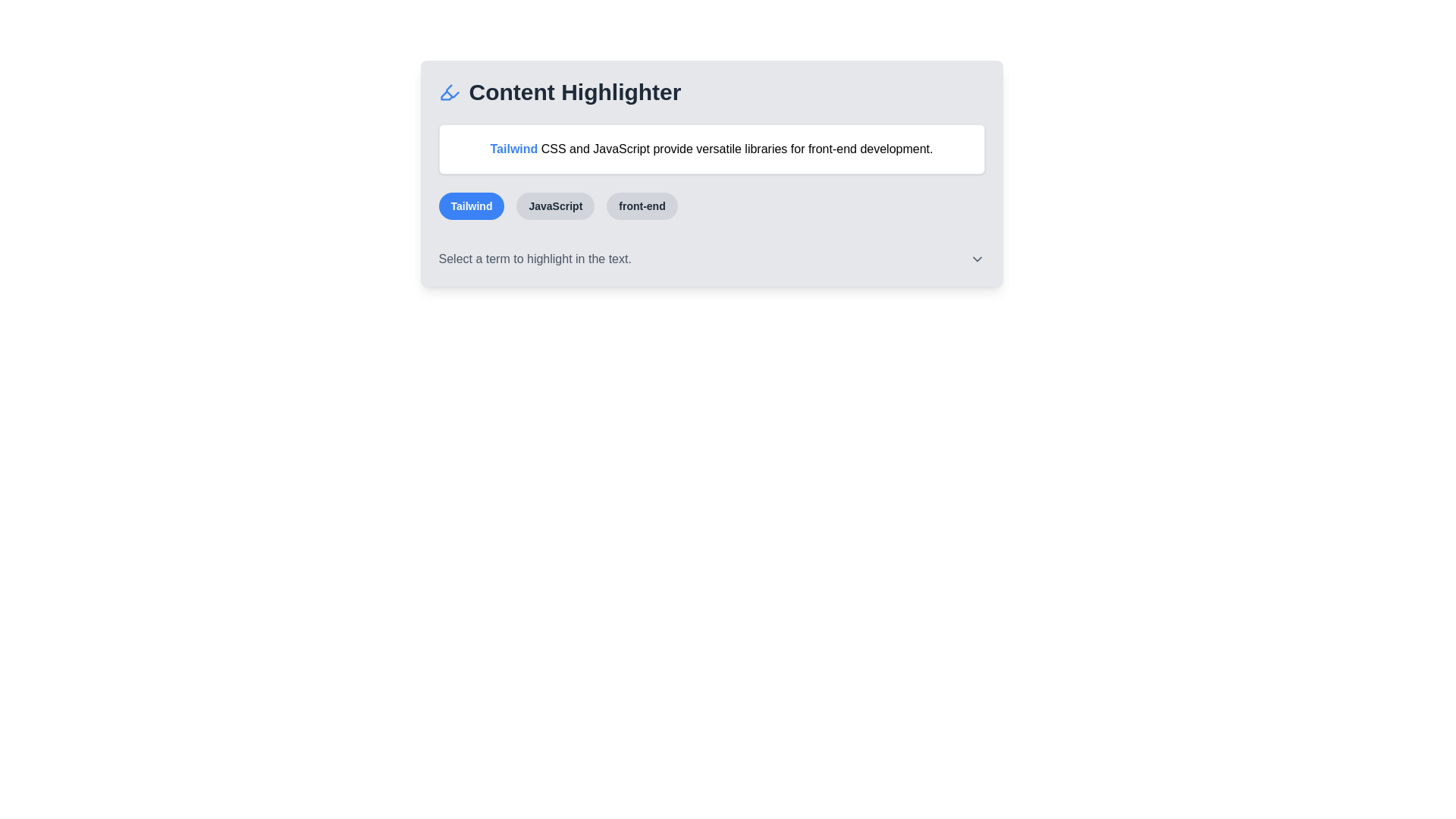 Image resolution: width=1456 pixels, height=819 pixels. I want to click on the 'Tailwind' button-like tag, so click(470, 206).